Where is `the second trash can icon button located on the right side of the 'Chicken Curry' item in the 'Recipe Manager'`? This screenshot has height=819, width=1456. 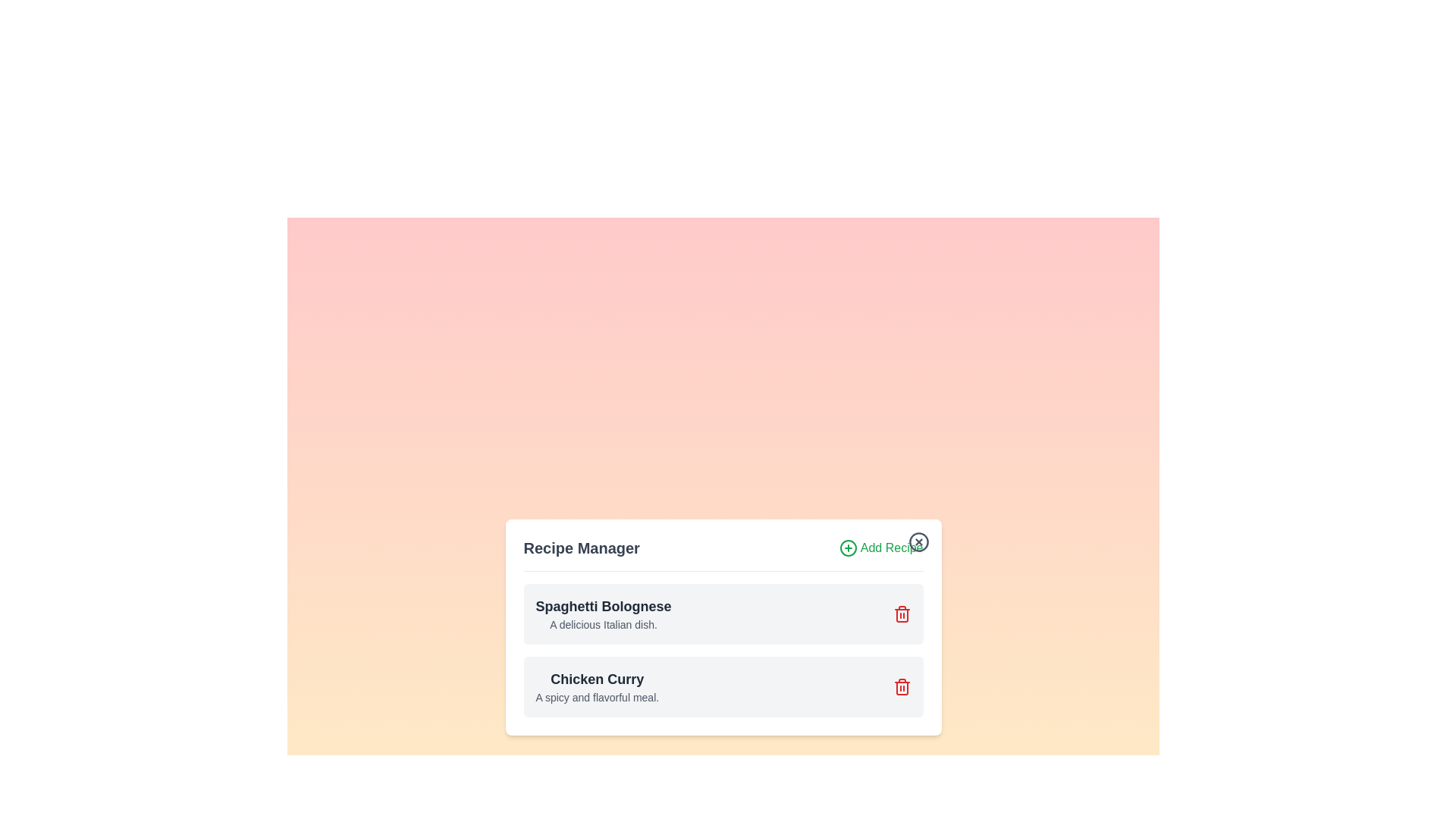
the second trash can icon button located on the right side of the 'Chicken Curry' item in the 'Recipe Manager' is located at coordinates (902, 686).